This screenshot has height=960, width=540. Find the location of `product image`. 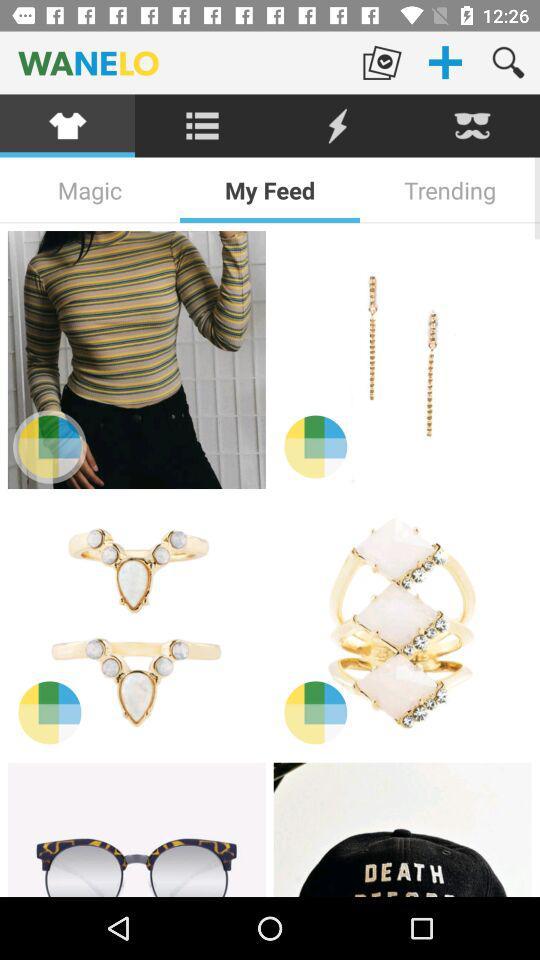

product image is located at coordinates (135, 360).